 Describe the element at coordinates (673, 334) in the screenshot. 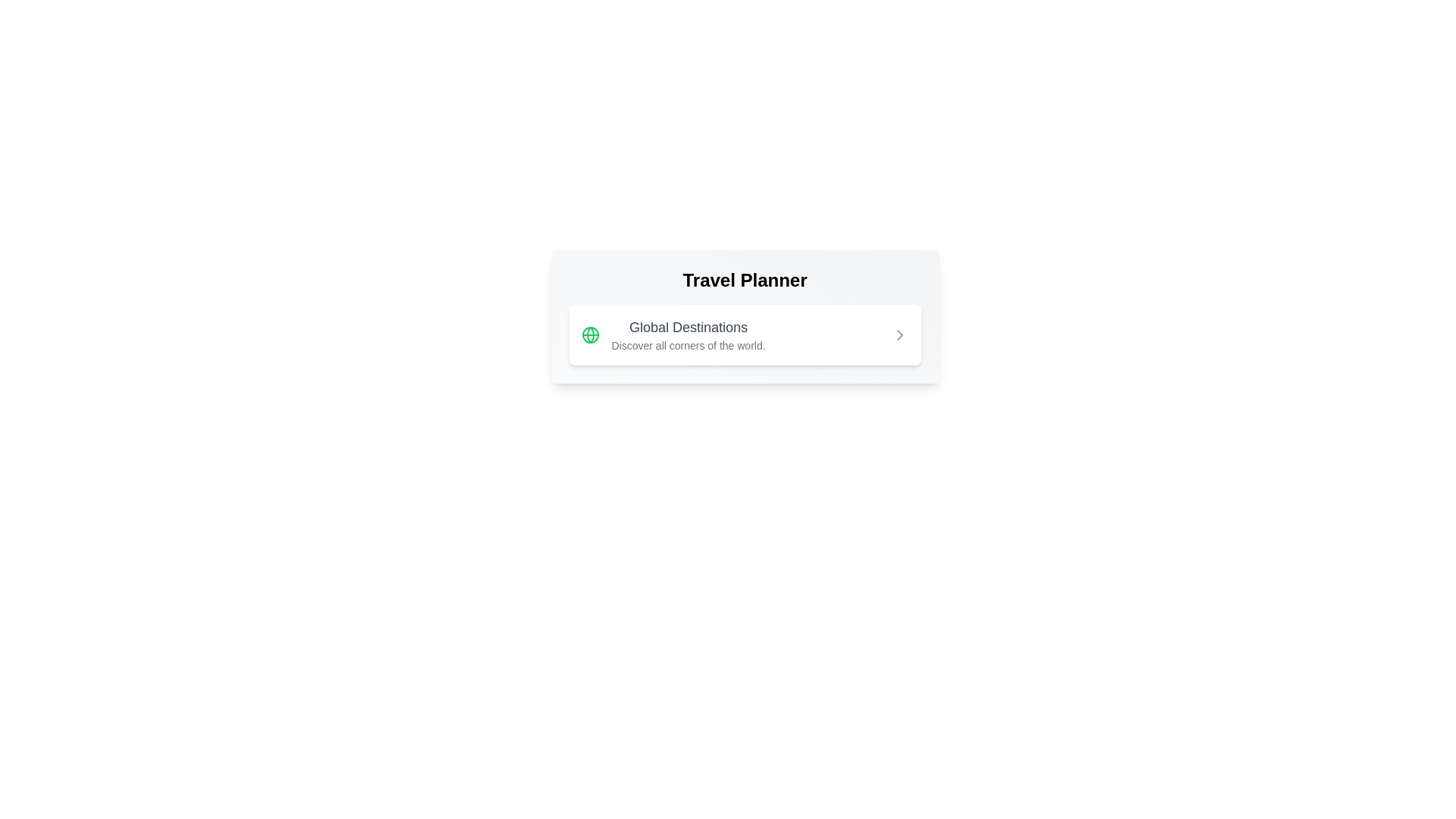

I see `the label with an associated description and icon in the 'Travel Planner' box, located at the top-left part of the box` at that location.